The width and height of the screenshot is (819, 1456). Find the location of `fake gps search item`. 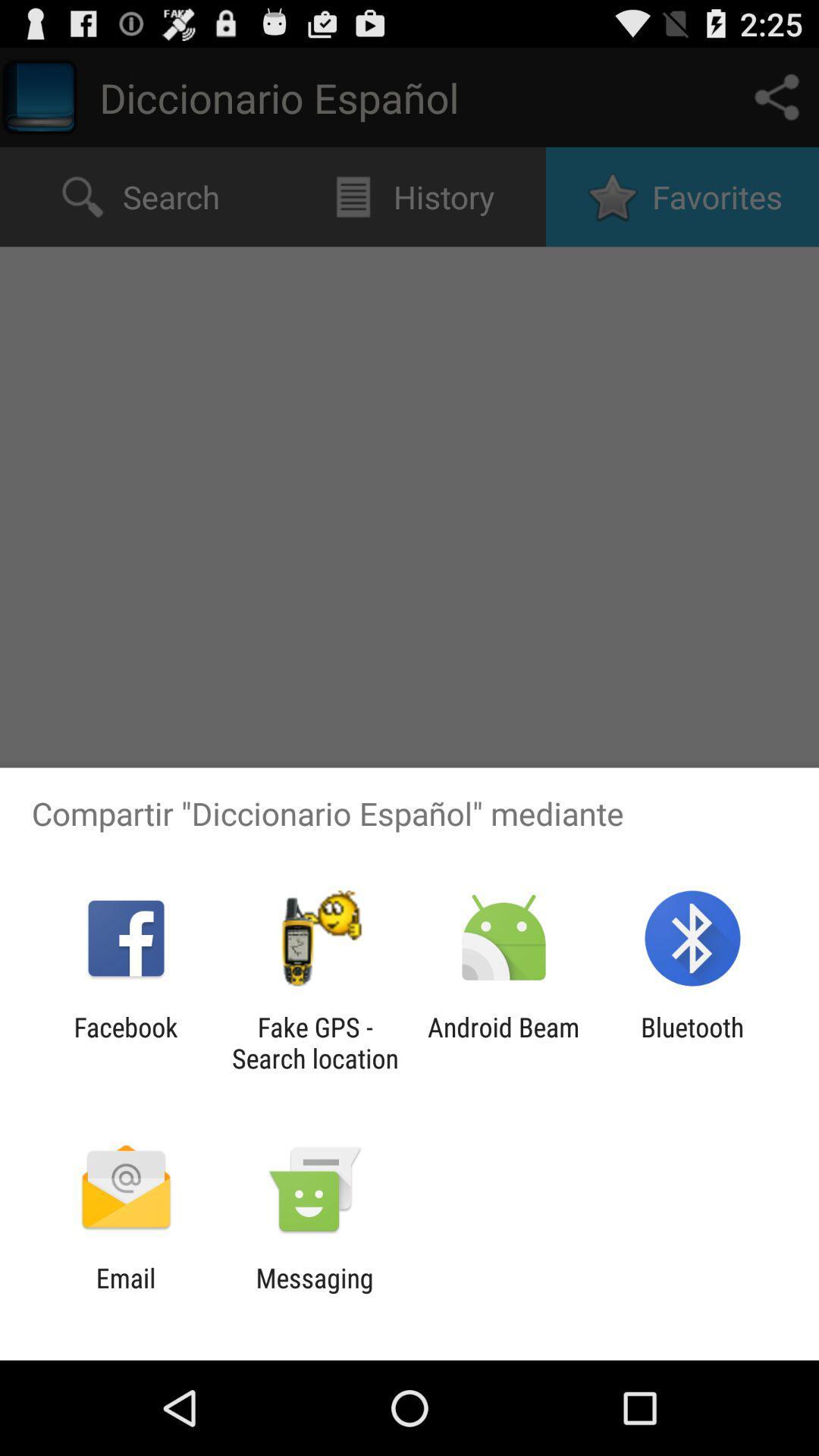

fake gps search item is located at coordinates (314, 1042).